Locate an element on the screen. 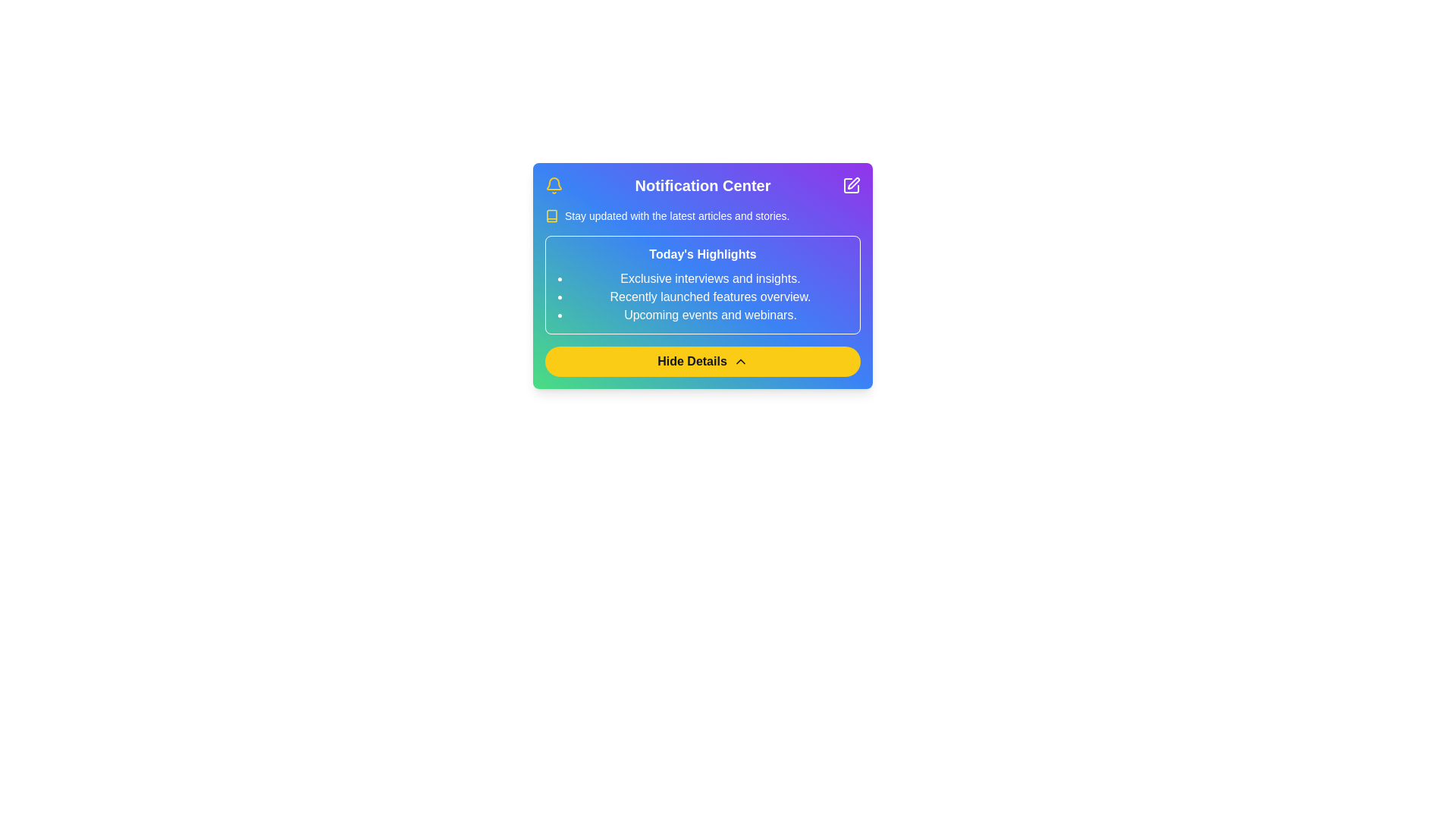  the small pen icon on a rounded purple background located in the top-right corner of the notification card's header to initiate editing is located at coordinates (854, 183).